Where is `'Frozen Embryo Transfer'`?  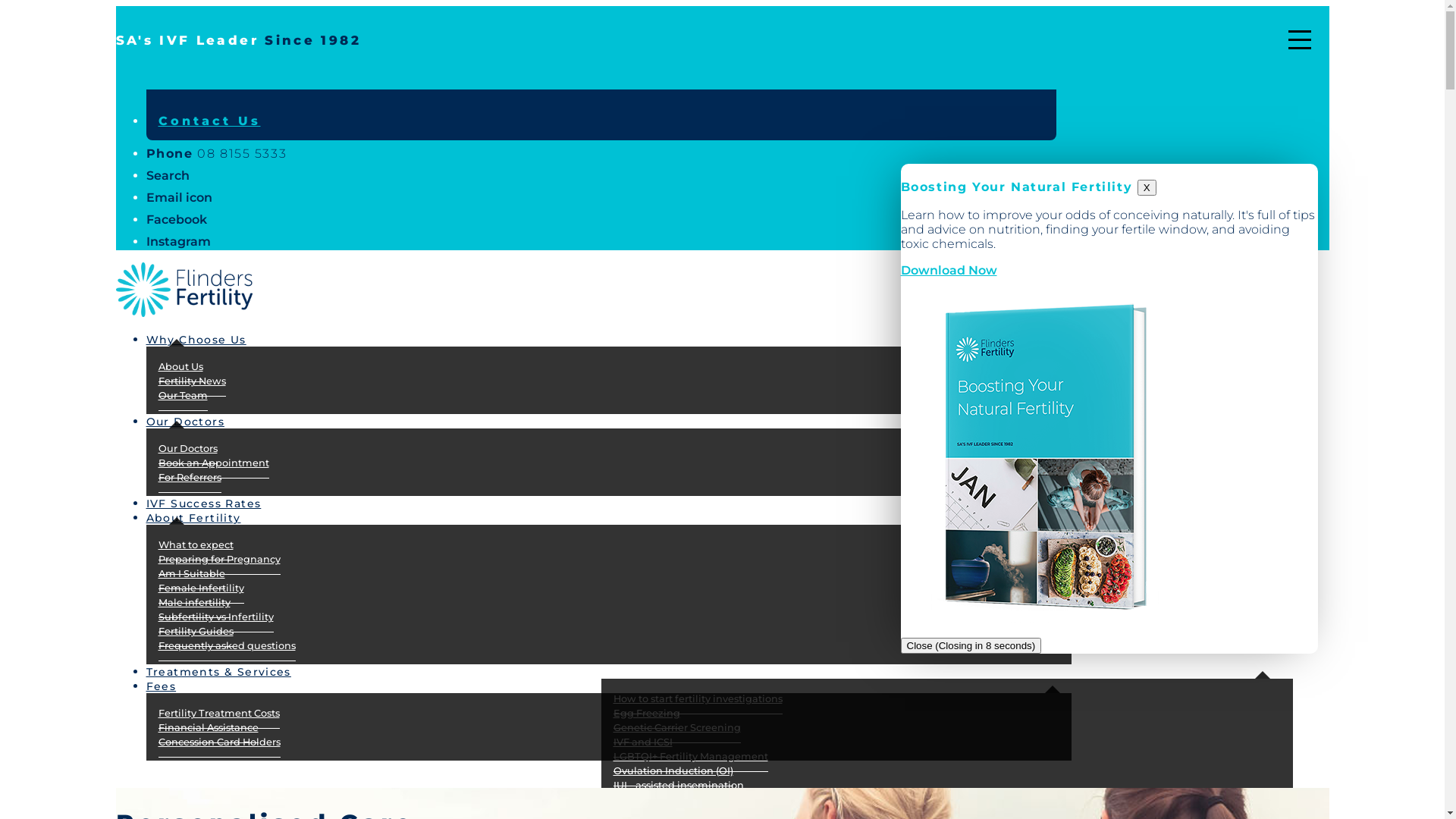
'Frozen Embryo Transfer' is located at coordinates (612, 799).